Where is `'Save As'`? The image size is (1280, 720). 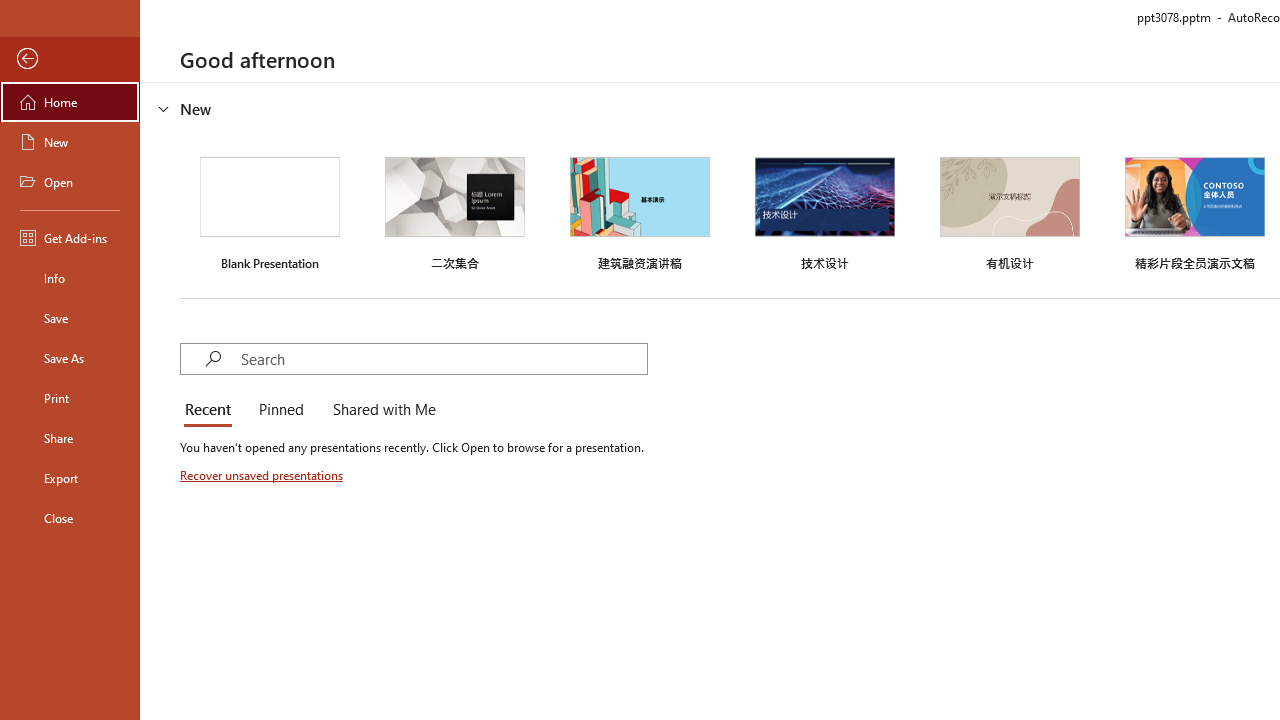
'Save As' is located at coordinates (69, 356).